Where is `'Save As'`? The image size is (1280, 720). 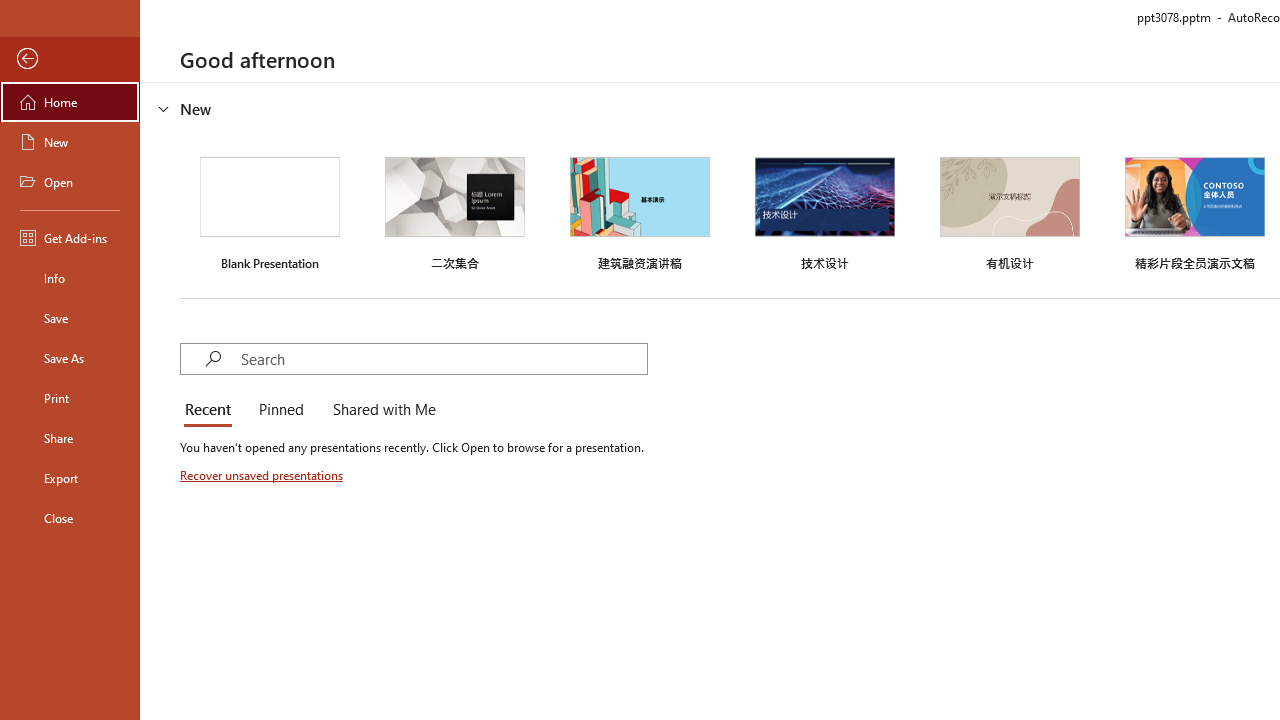
'Save As' is located at coordinates (69, 356).